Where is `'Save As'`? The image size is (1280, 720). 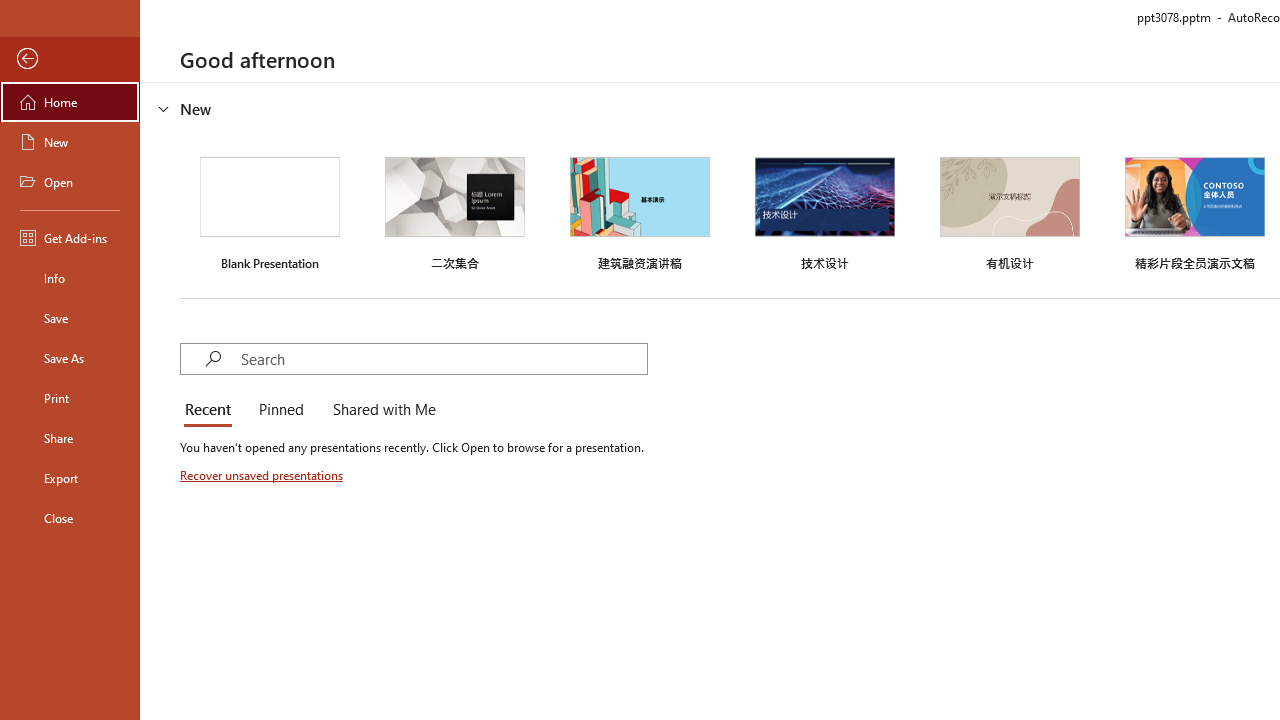
'Save As' is located at coordinates (69, 356).